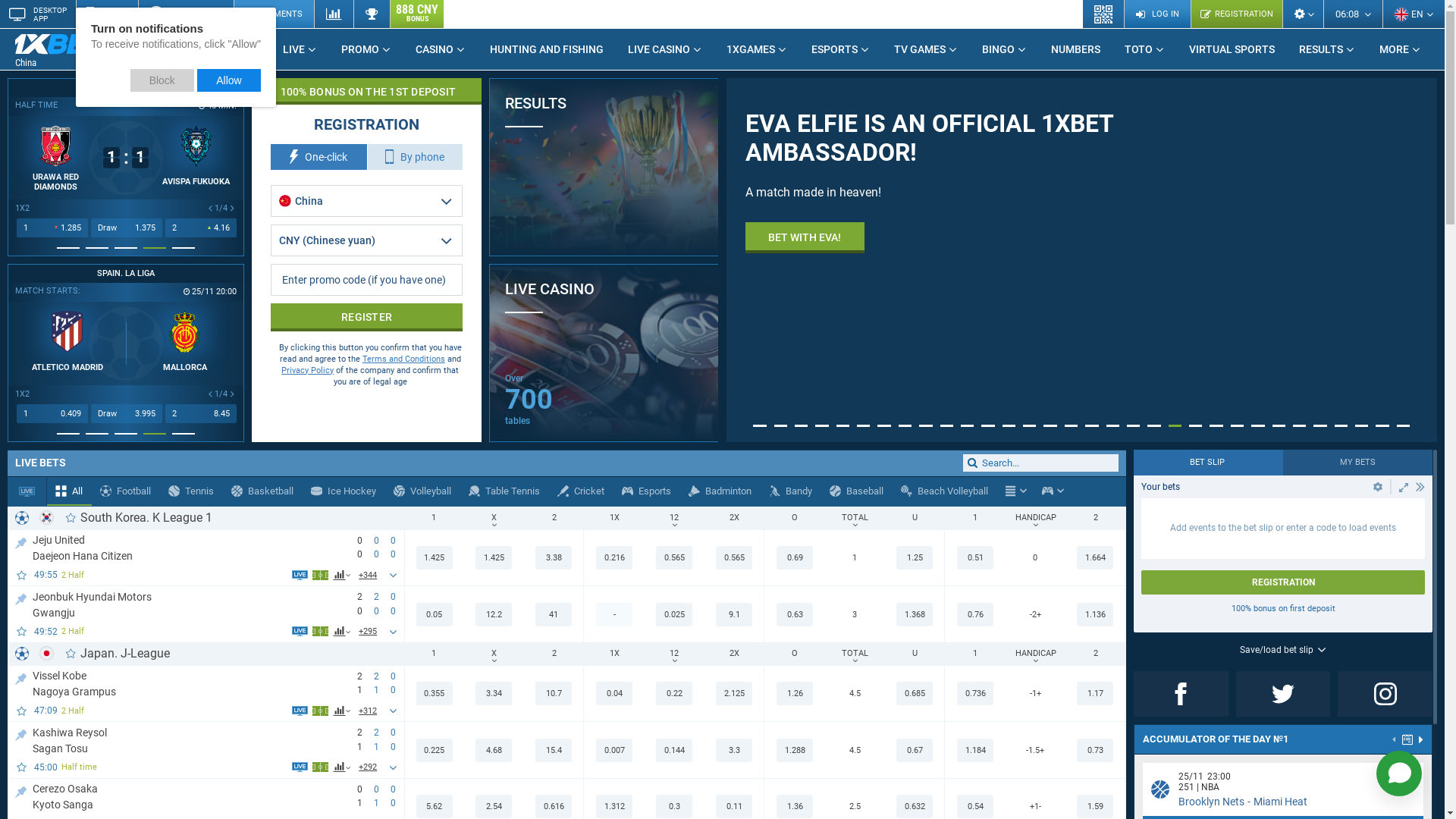 The height and width of the screenshot is (819, 1456). I want to click on 'BINGO', so click(968, 49).